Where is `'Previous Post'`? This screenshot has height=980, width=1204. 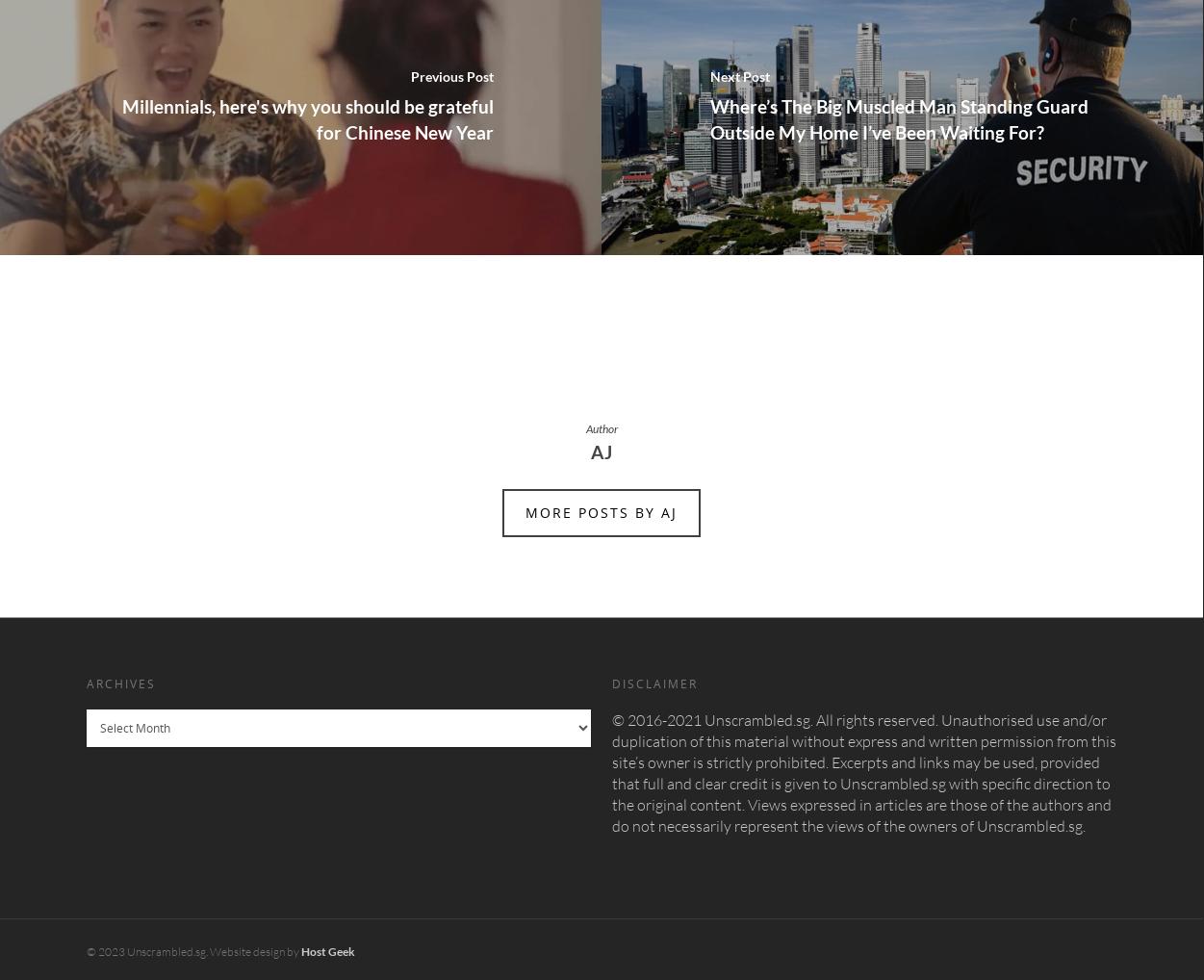
'Previous Post' is located at coordinates (450, 75).